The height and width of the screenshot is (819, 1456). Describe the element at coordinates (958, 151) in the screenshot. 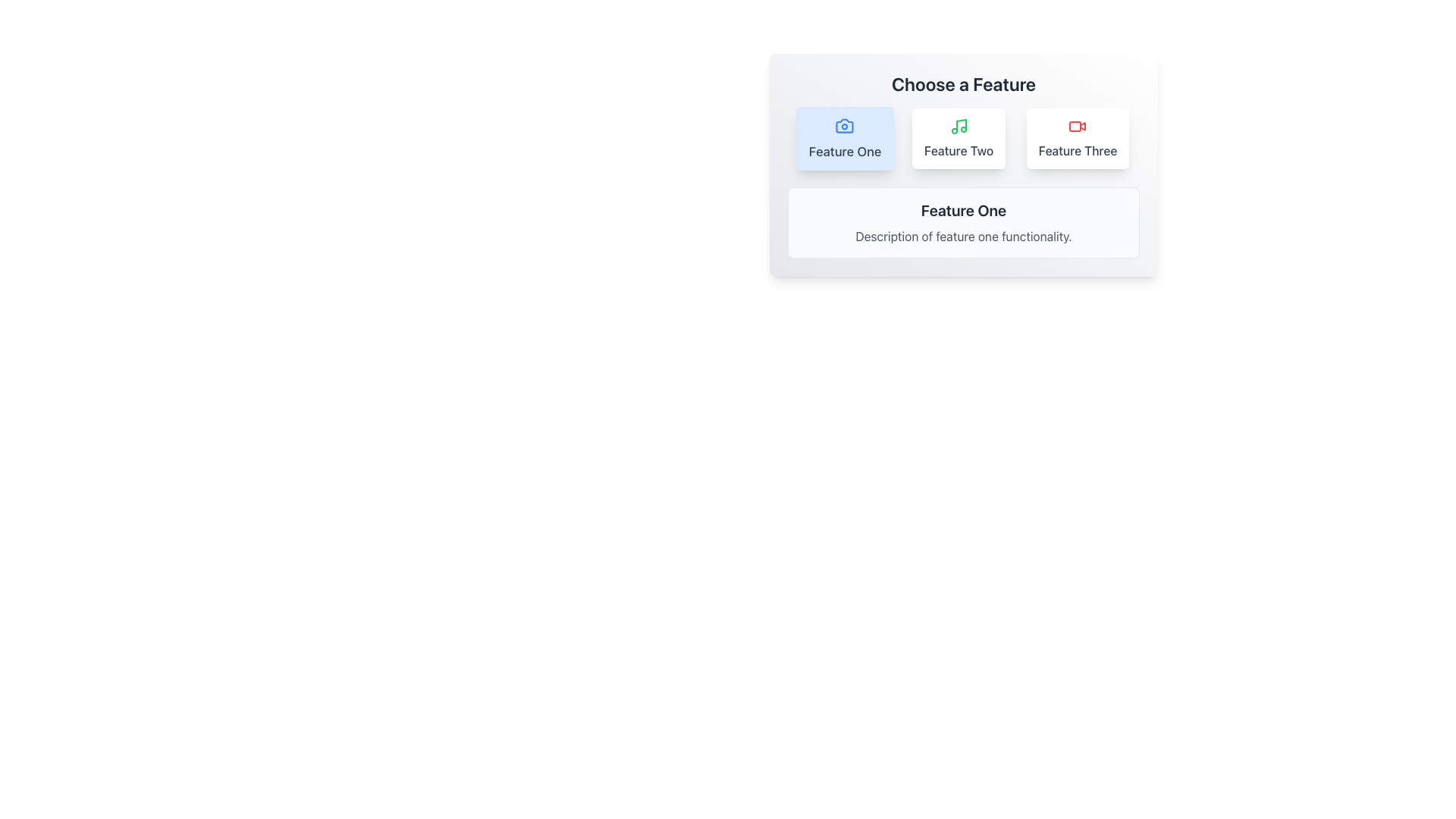

I see `the static text label identifying 'Feature Two', located at the bottom of the second feature card beneath the music icon` at that location.